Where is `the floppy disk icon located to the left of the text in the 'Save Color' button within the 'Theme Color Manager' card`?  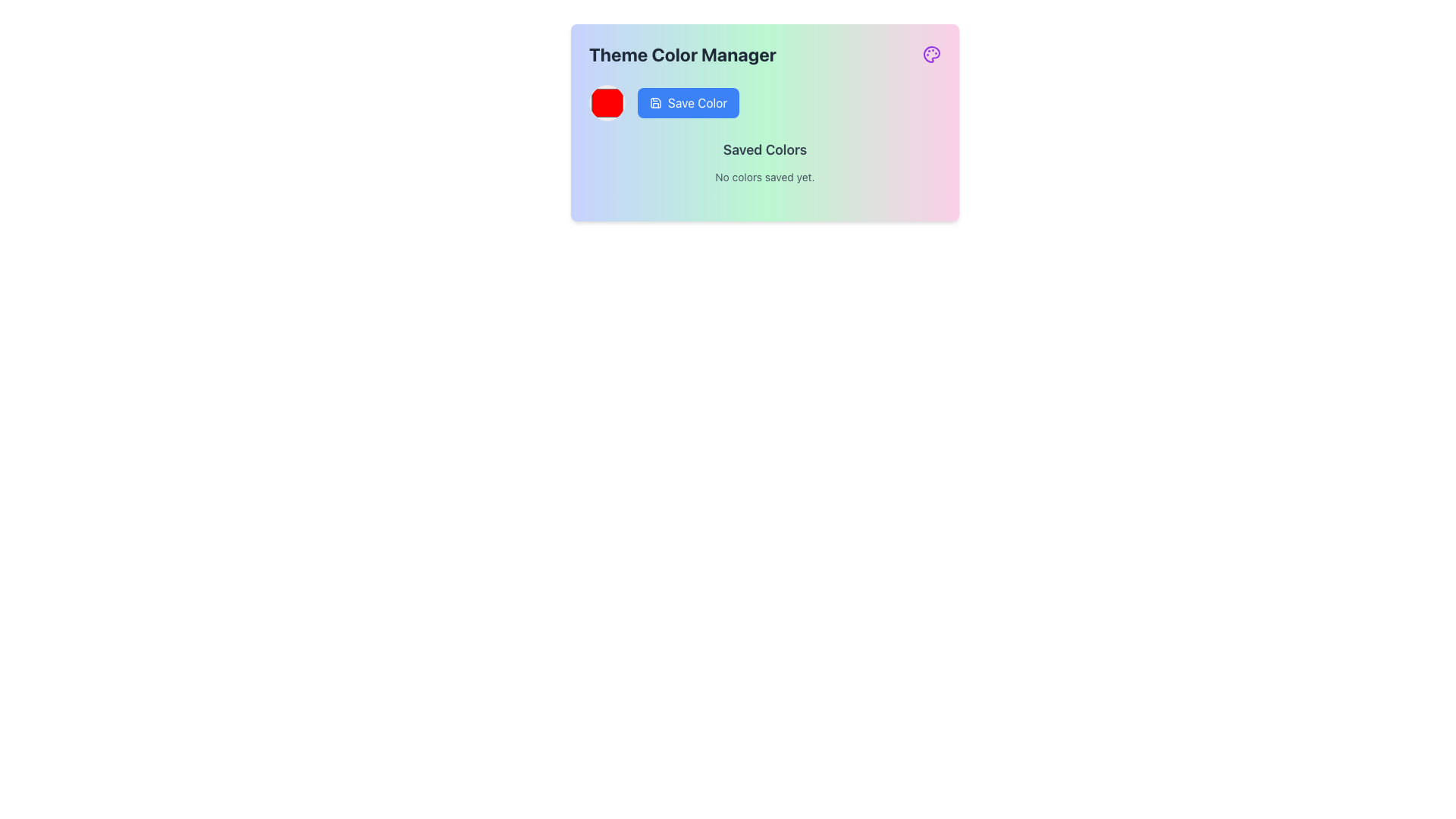
the floppy disk icon located to the left of the text in the 'Save Color' button within the 'Theme Color Manager' card is located at coordinates (655, 102).